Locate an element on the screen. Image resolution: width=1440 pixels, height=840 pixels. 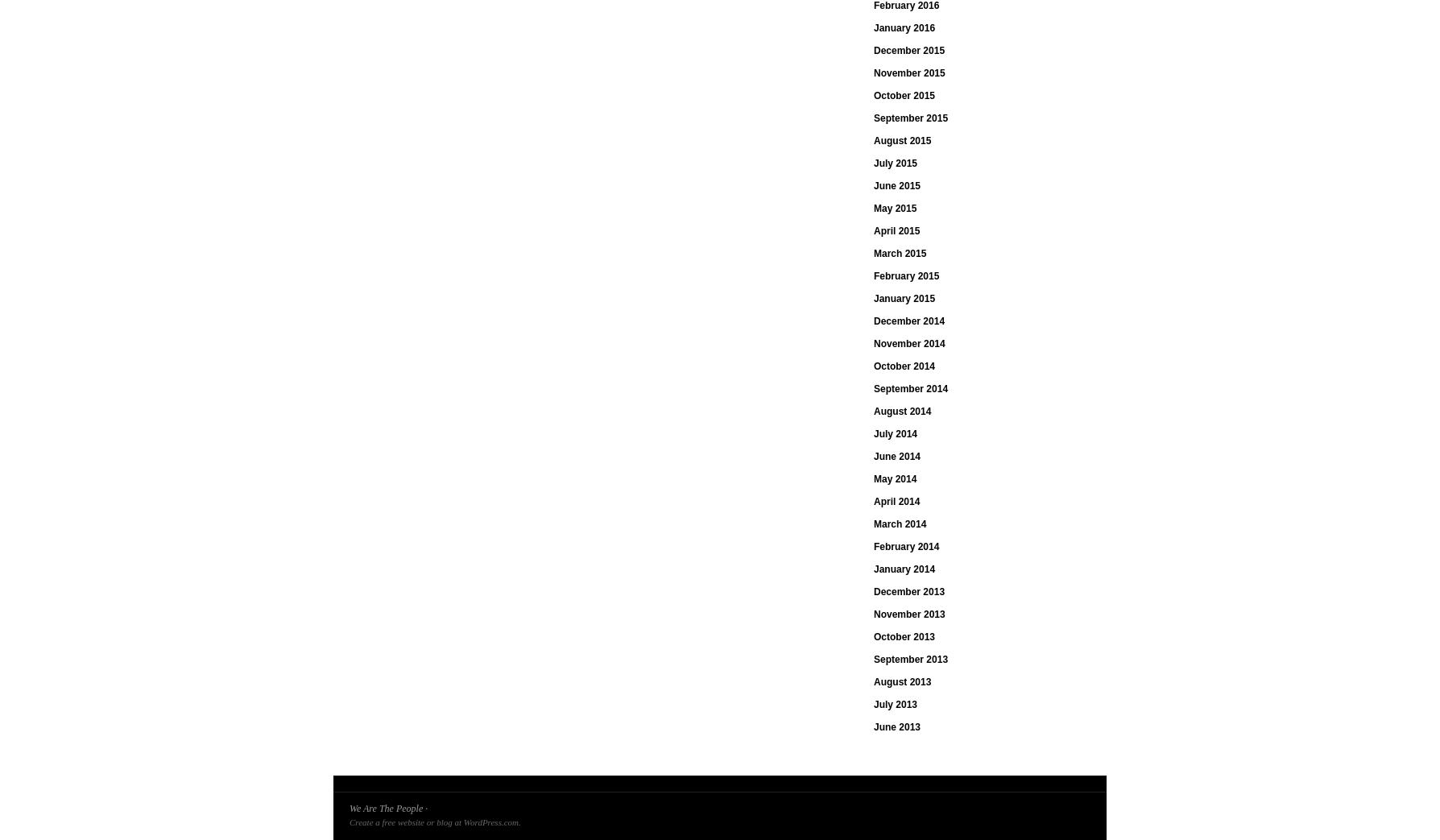
'January 2015' is located at coordinates (904, 297).